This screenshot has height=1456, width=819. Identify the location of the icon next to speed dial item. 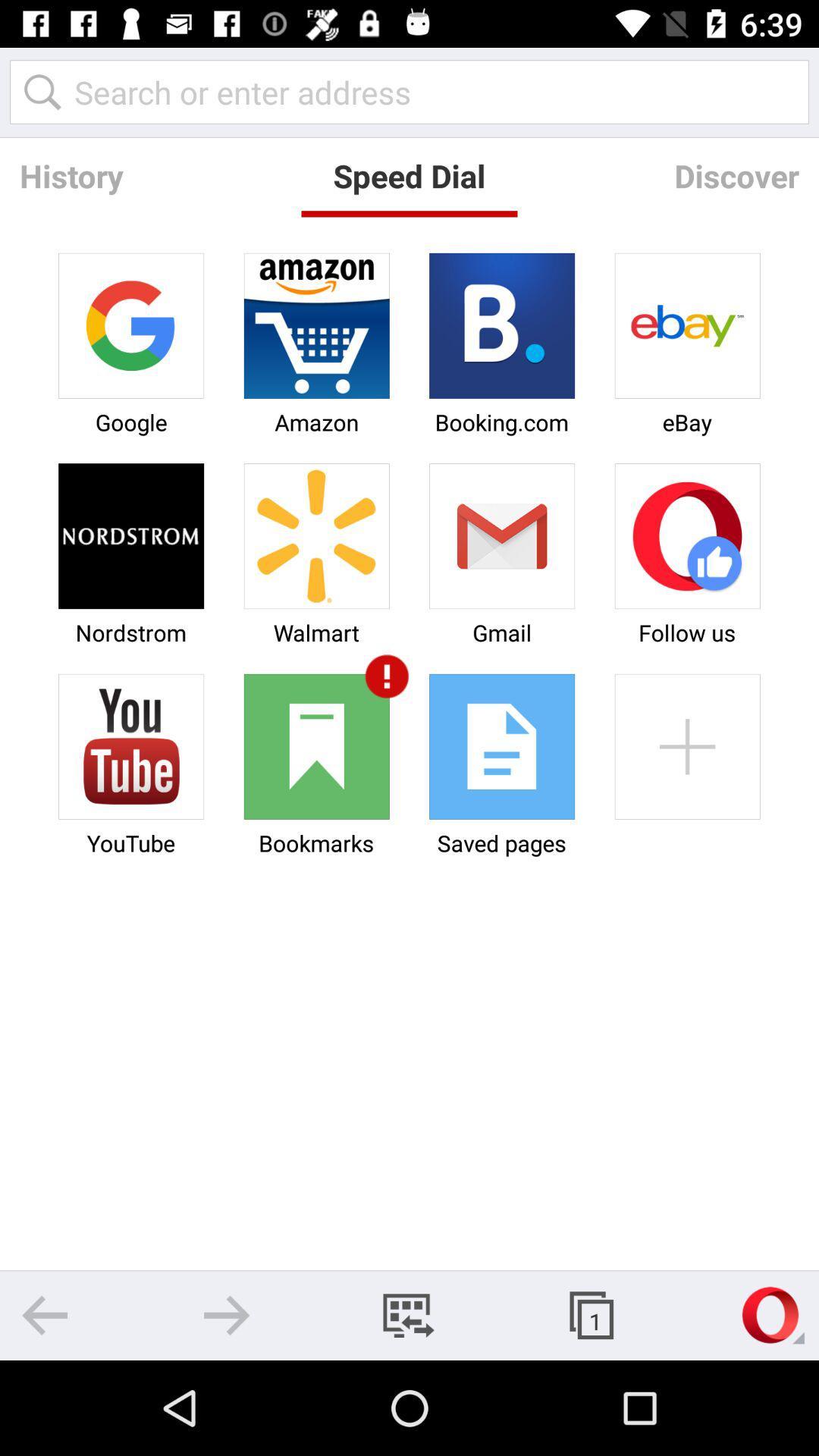
(71, 175).